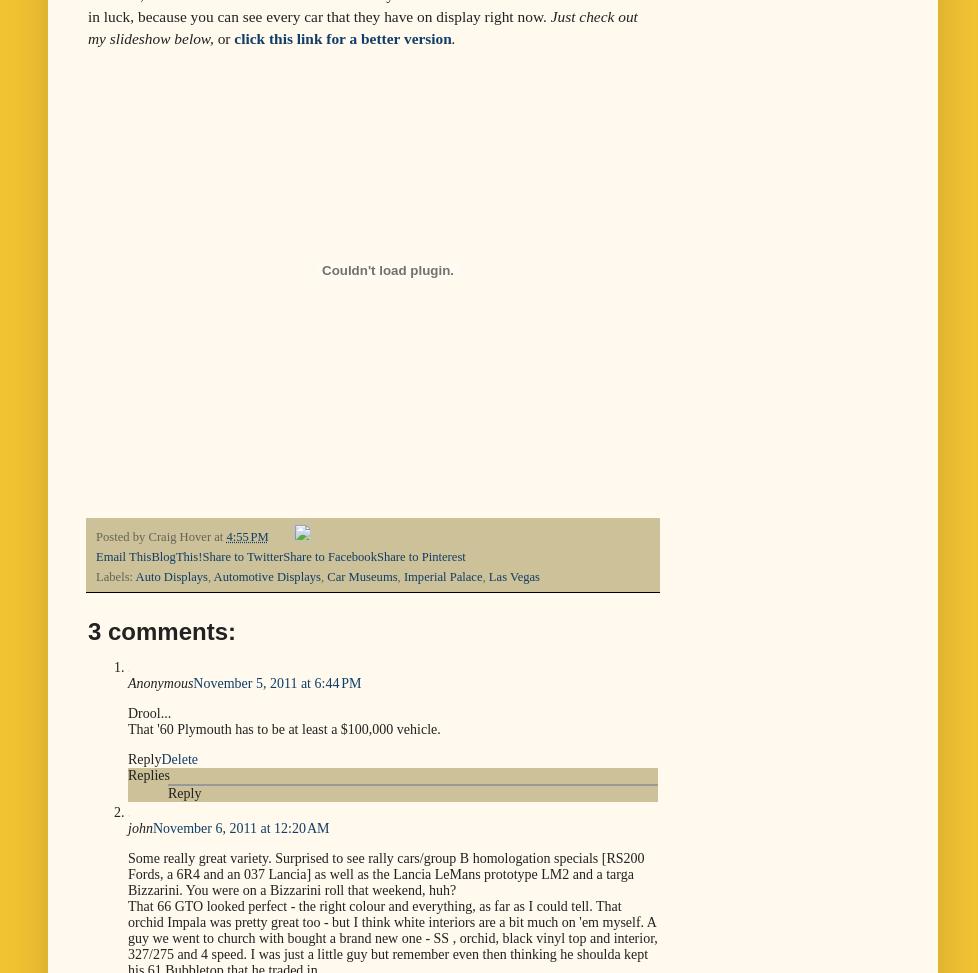  I want to click on 'Auto Displays', so click(170, 576).